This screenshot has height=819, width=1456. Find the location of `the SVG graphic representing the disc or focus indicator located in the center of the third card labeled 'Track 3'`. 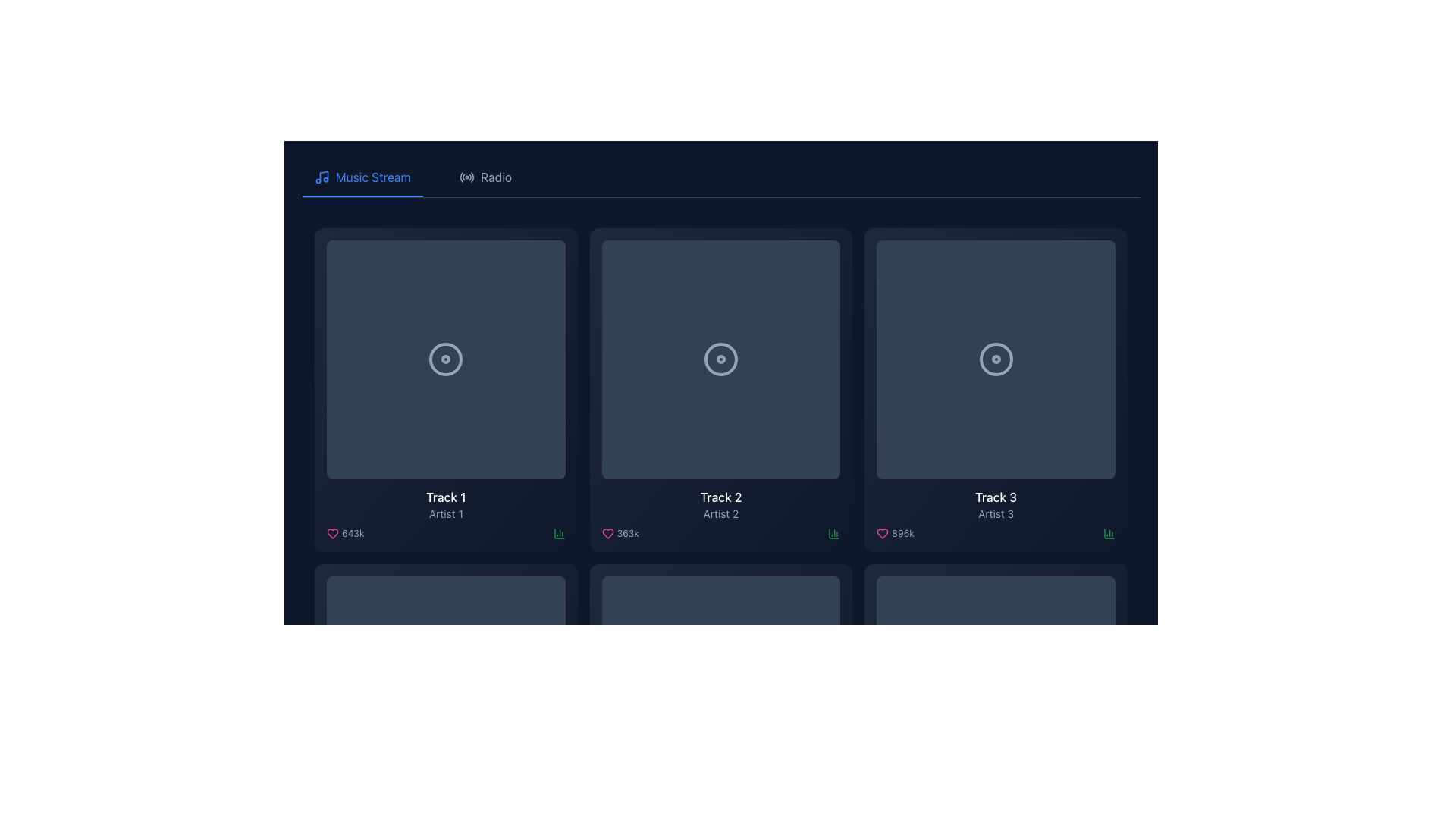

the SVG graphic representing the disc or focus indicator located in the center of the third card labeled 'Track 3' is located at coordinates (996, 359).